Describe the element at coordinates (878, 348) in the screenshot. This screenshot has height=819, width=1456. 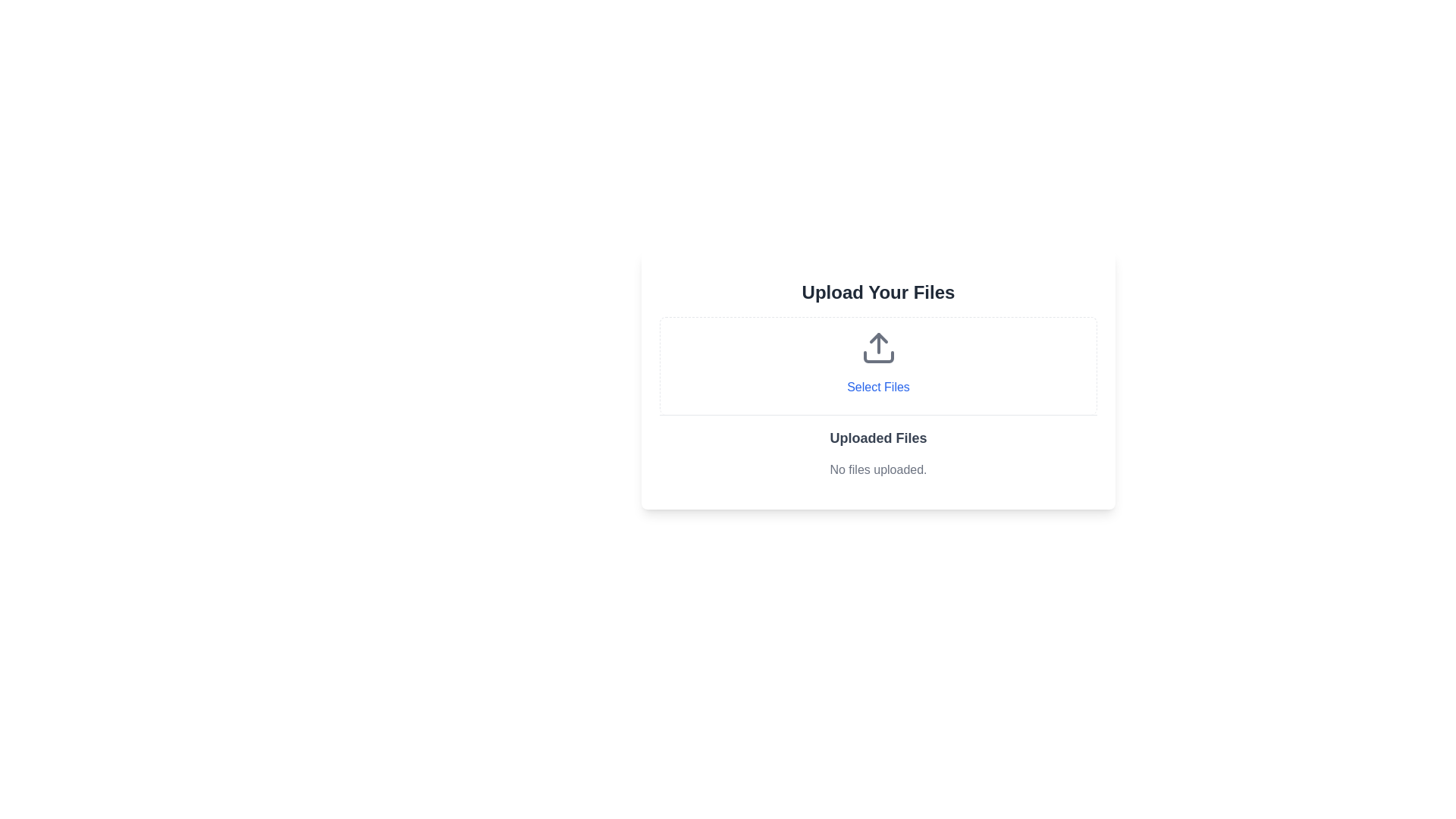
I see `the upload icon, which features an upward-pointing arrow above a rectangular shape, located within the 'Select Files' button area under 'Upload Your Files'` at that location.